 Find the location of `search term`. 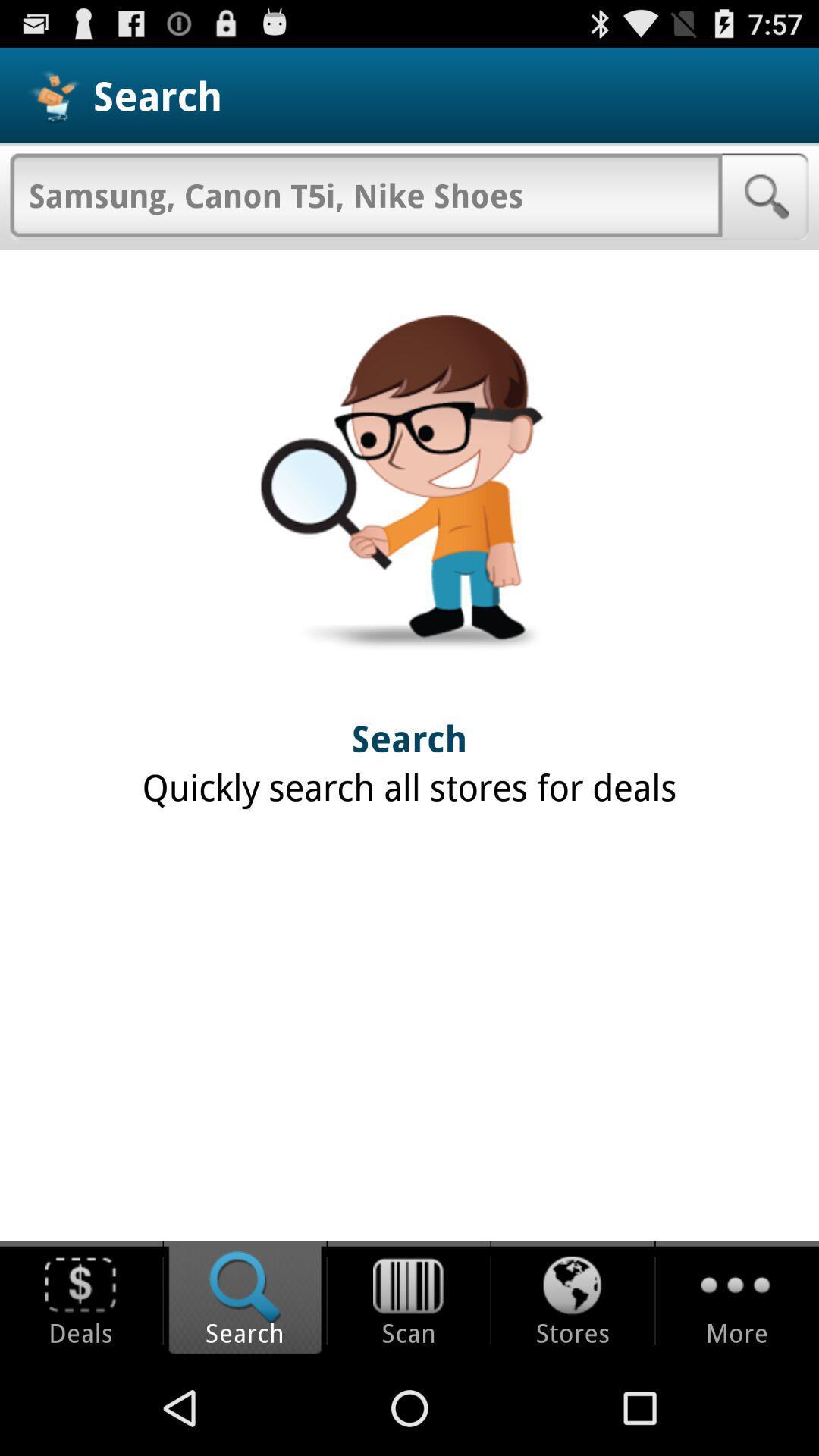

search term is located at coordinates (366, 194).